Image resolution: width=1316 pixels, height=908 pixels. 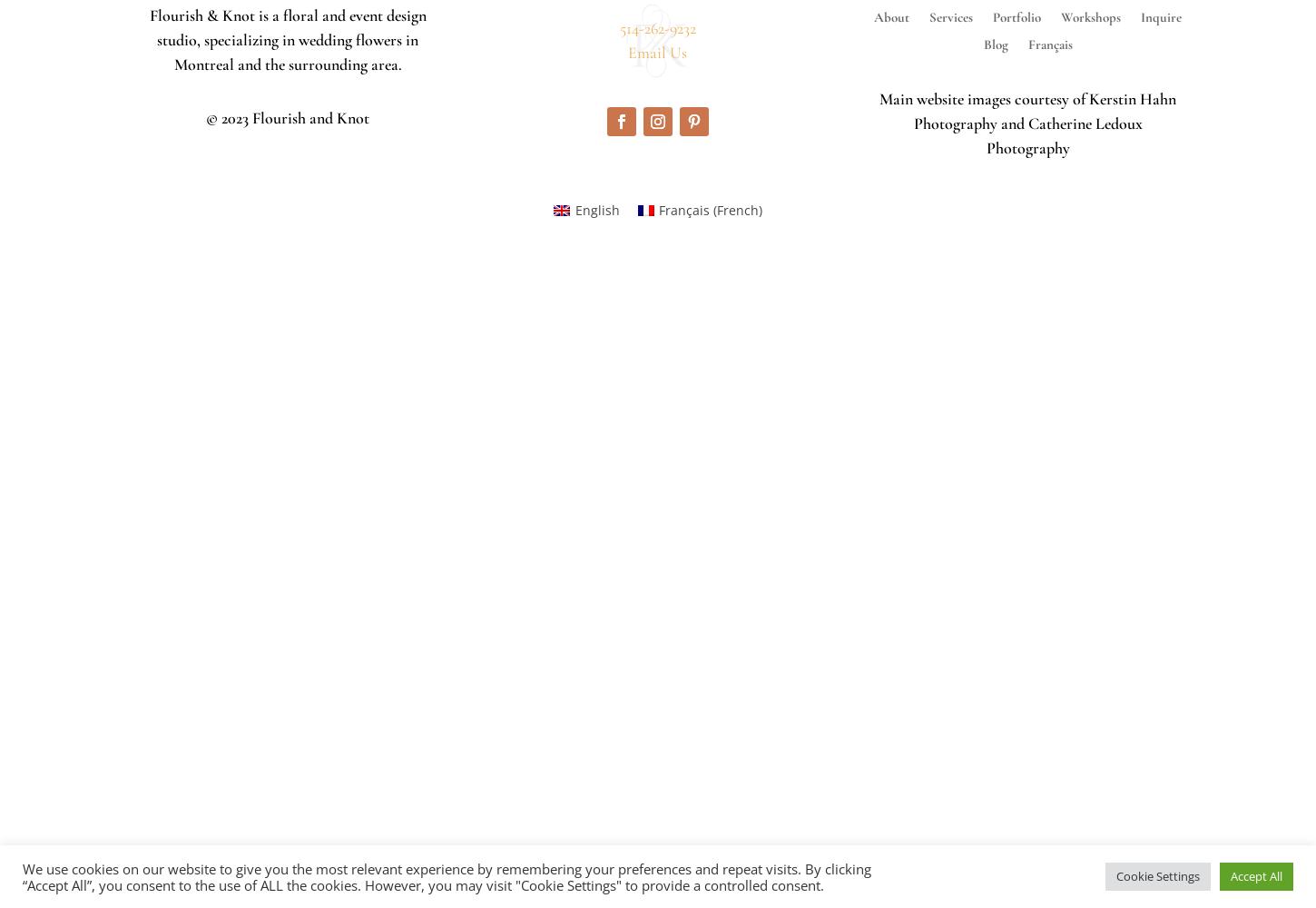 I want to click on '(', so click(x=713, y=209).